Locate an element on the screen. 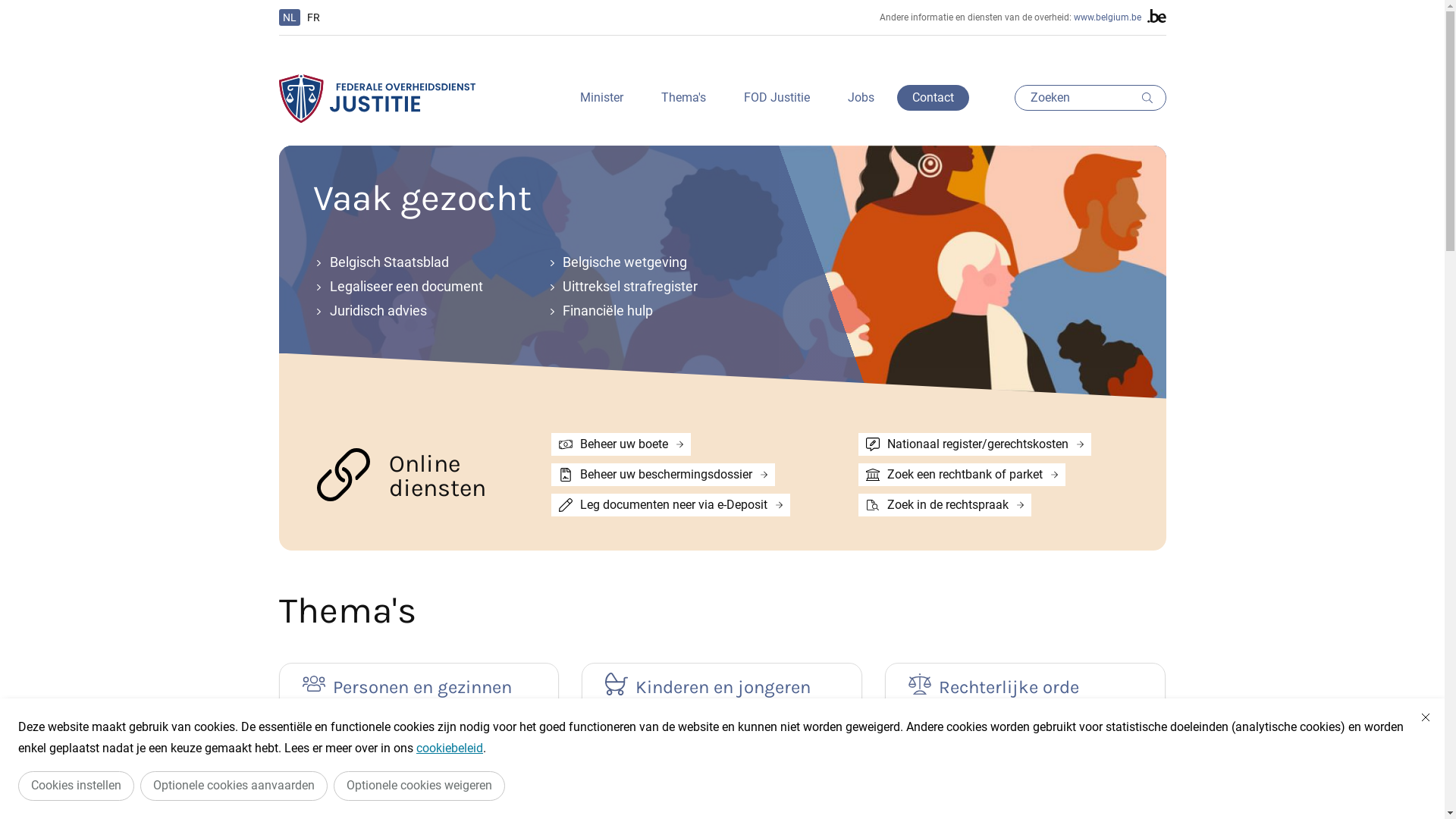 This screenshot has width=1456, height=819. 'Personen en gezinnen' is located at coordinates (302, 685).